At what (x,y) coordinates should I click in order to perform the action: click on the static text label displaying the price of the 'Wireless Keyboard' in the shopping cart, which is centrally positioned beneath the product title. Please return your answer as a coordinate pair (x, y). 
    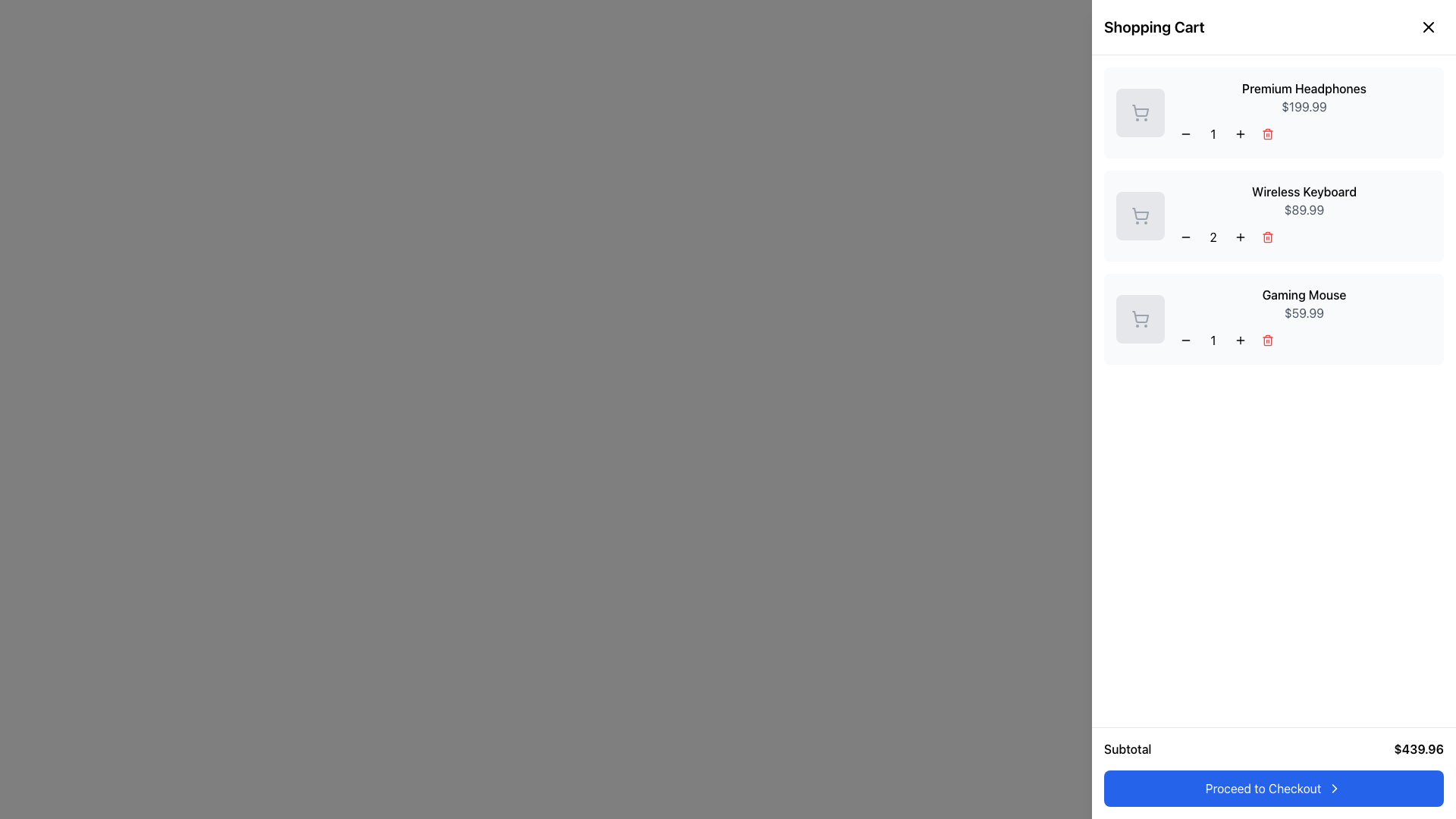
    Looking at the image, I should click on (1303, 210).